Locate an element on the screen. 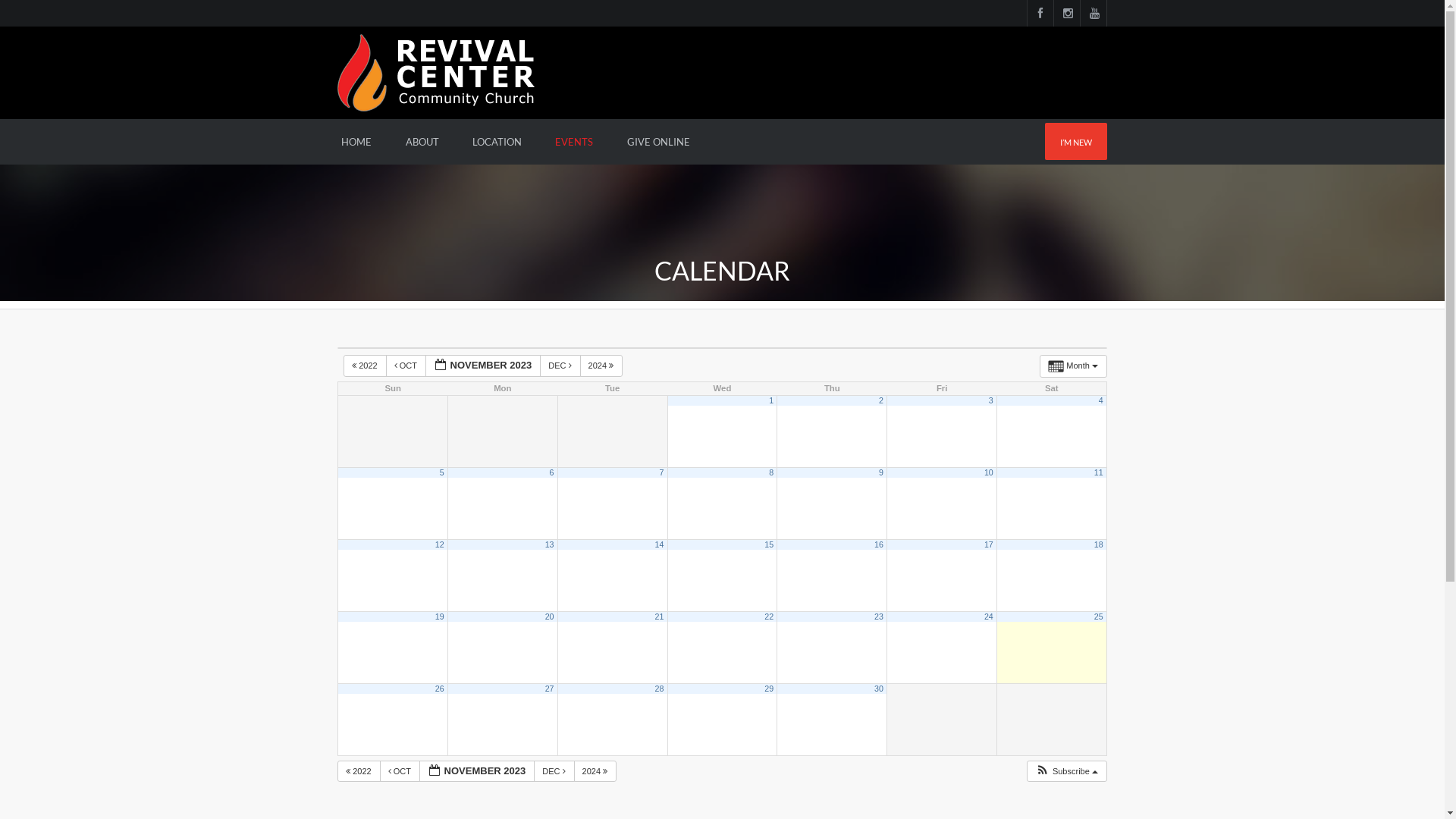 Image resolution: width=1456 pixels, height=819 pixels. '20' is located at coordinates (545, 617).